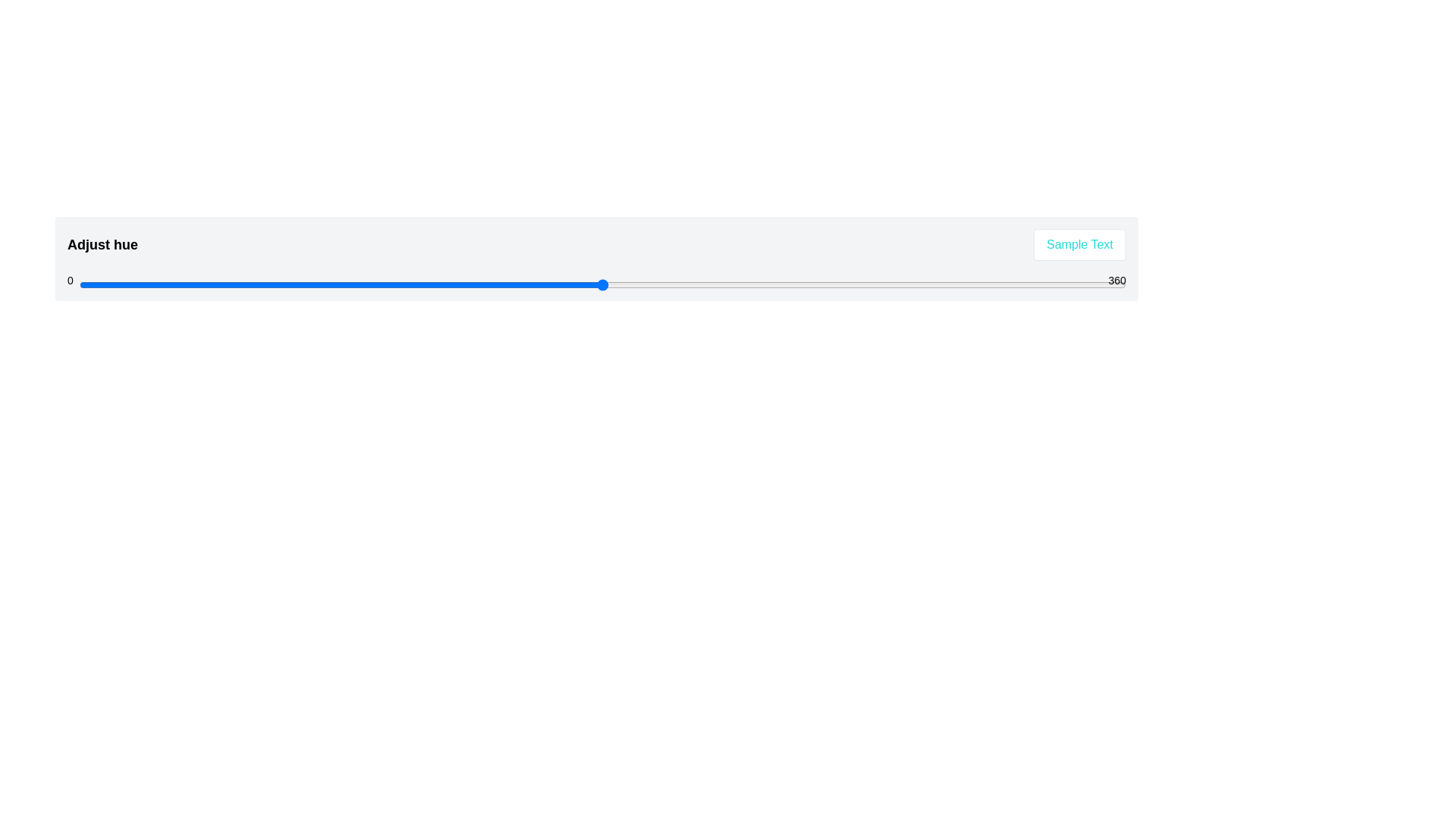  Describe the element at coordinates (570, 284) in the screenshot. I see `the hue slider to a value of 169` at that location.